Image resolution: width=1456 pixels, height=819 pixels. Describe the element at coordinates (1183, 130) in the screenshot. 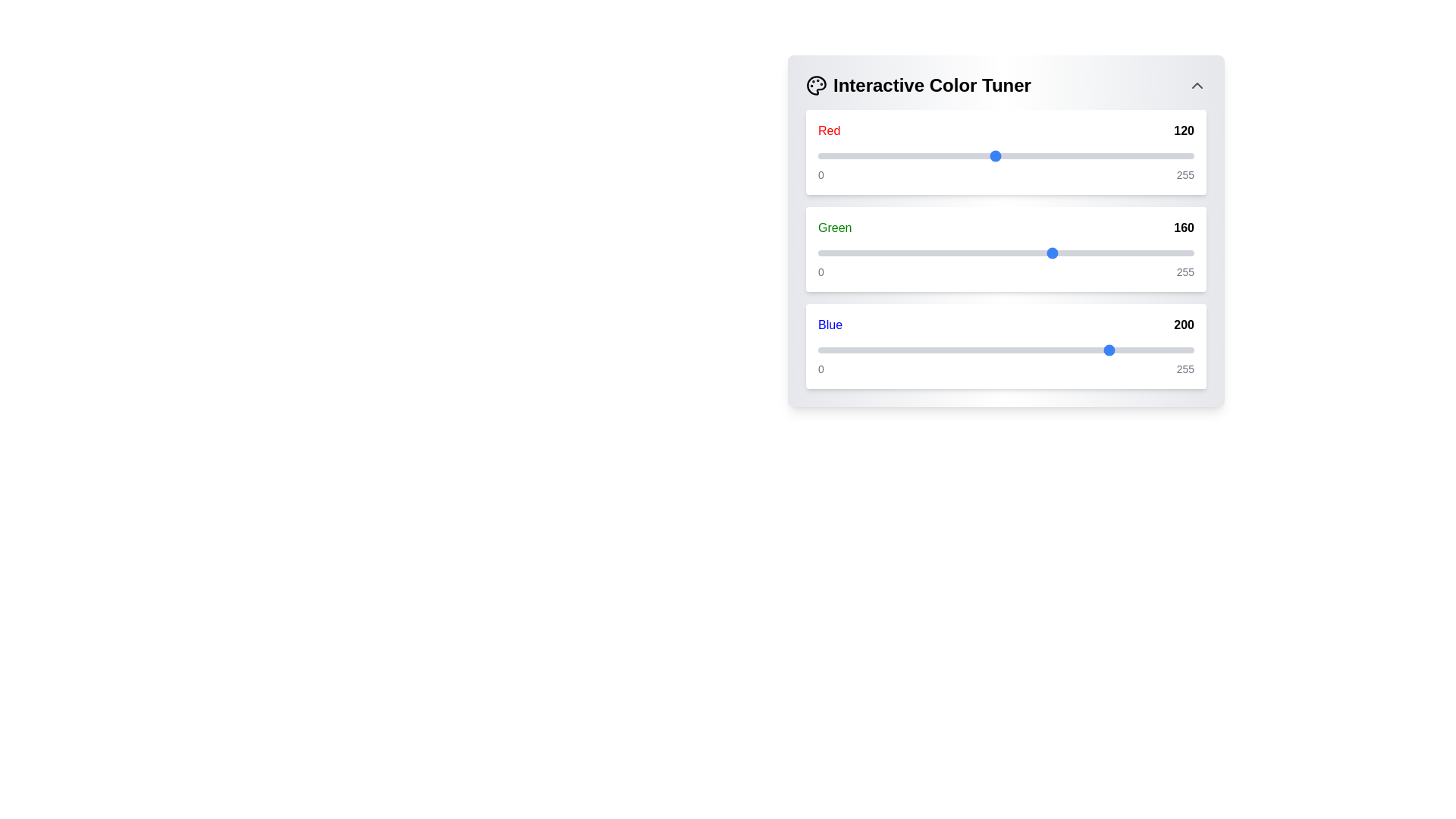

I see `the text label displaying the number '120', which is positioned adjacent to the 'Red' slider, representing the current value for color adjustment` at that location.